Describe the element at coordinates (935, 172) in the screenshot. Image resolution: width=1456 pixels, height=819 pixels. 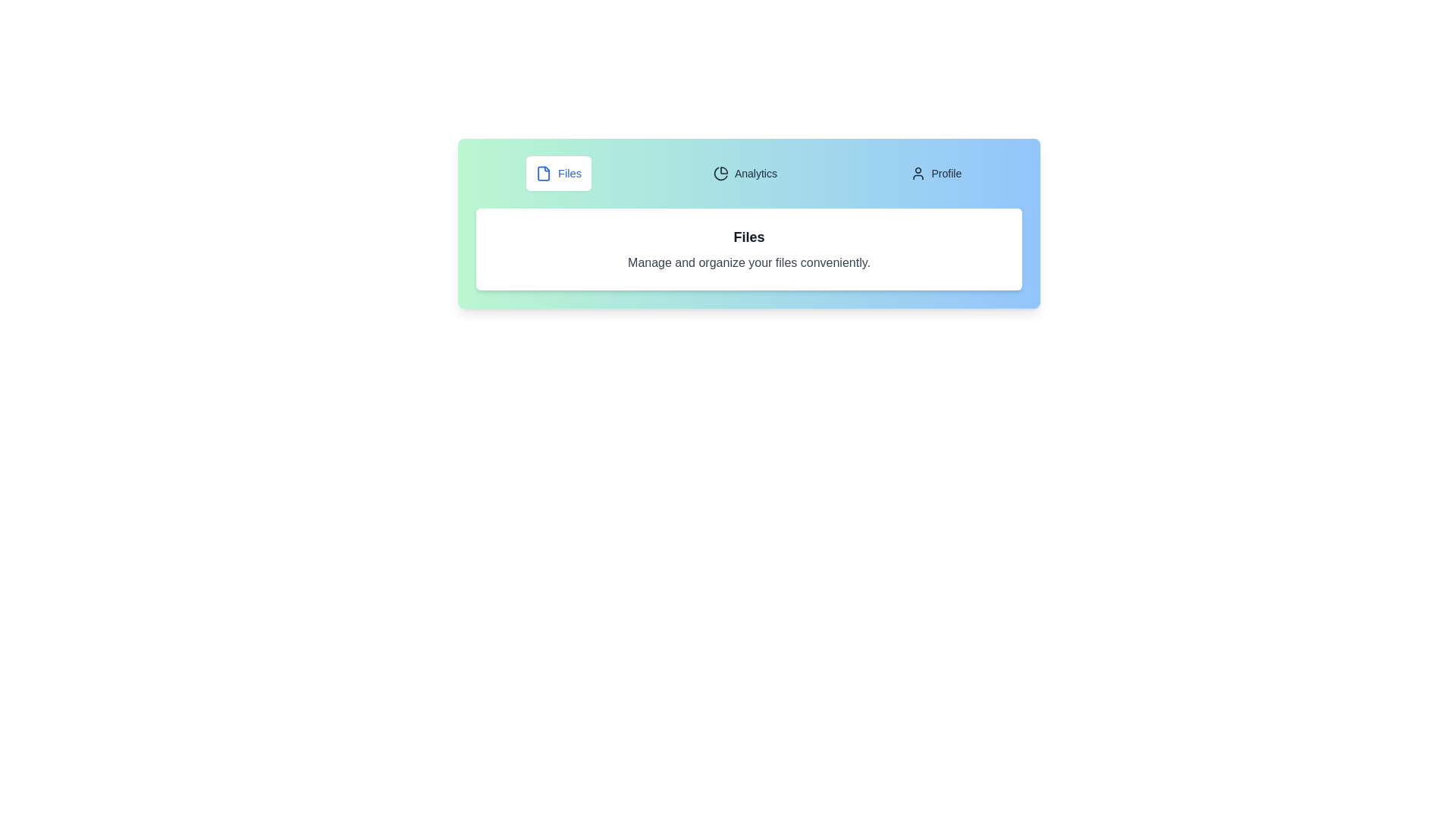
I see `the tab labeled Profile to switch to that tab` at that location.